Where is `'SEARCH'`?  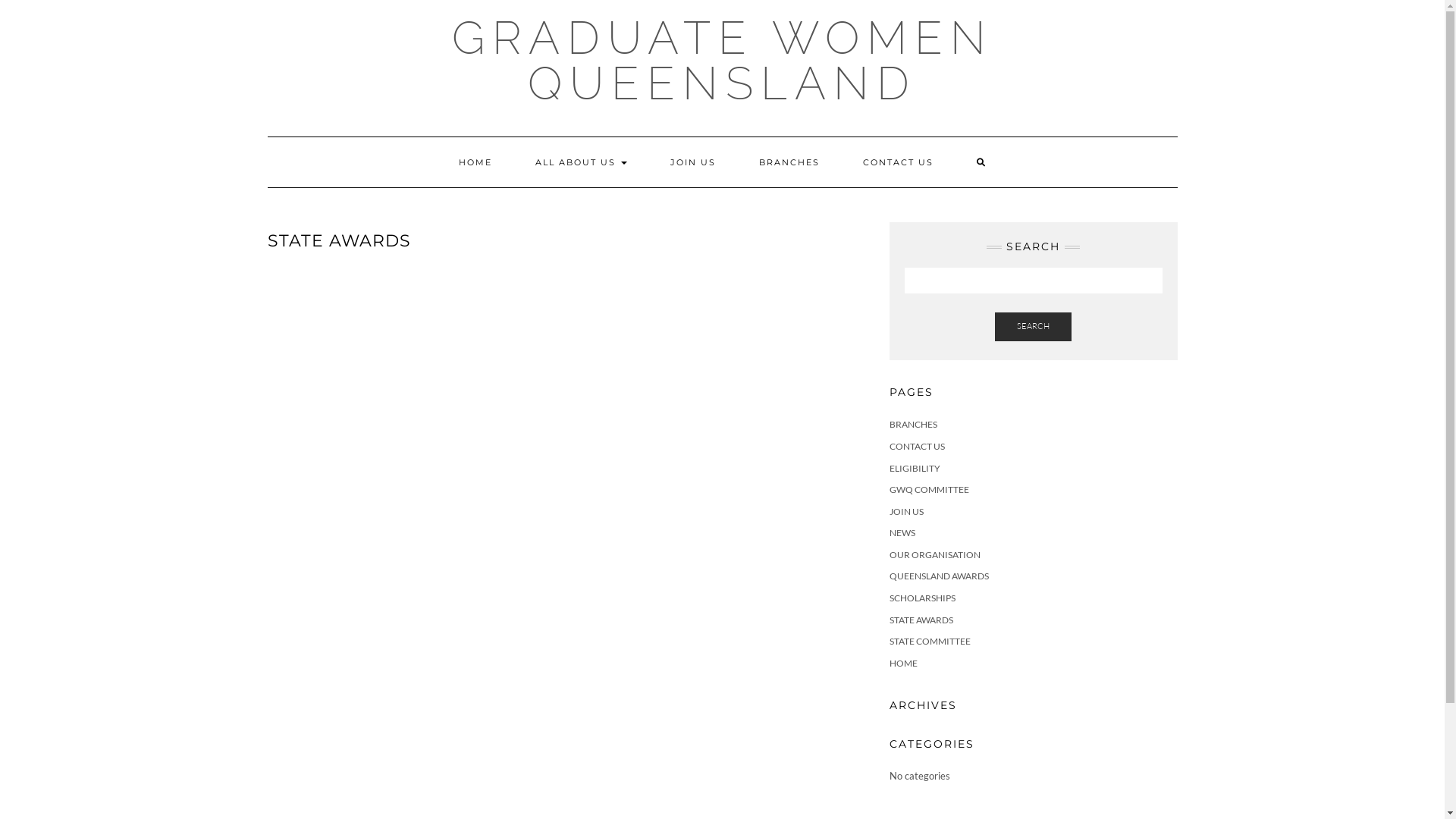
'SEARCH' is located at coordinates (994, 326).